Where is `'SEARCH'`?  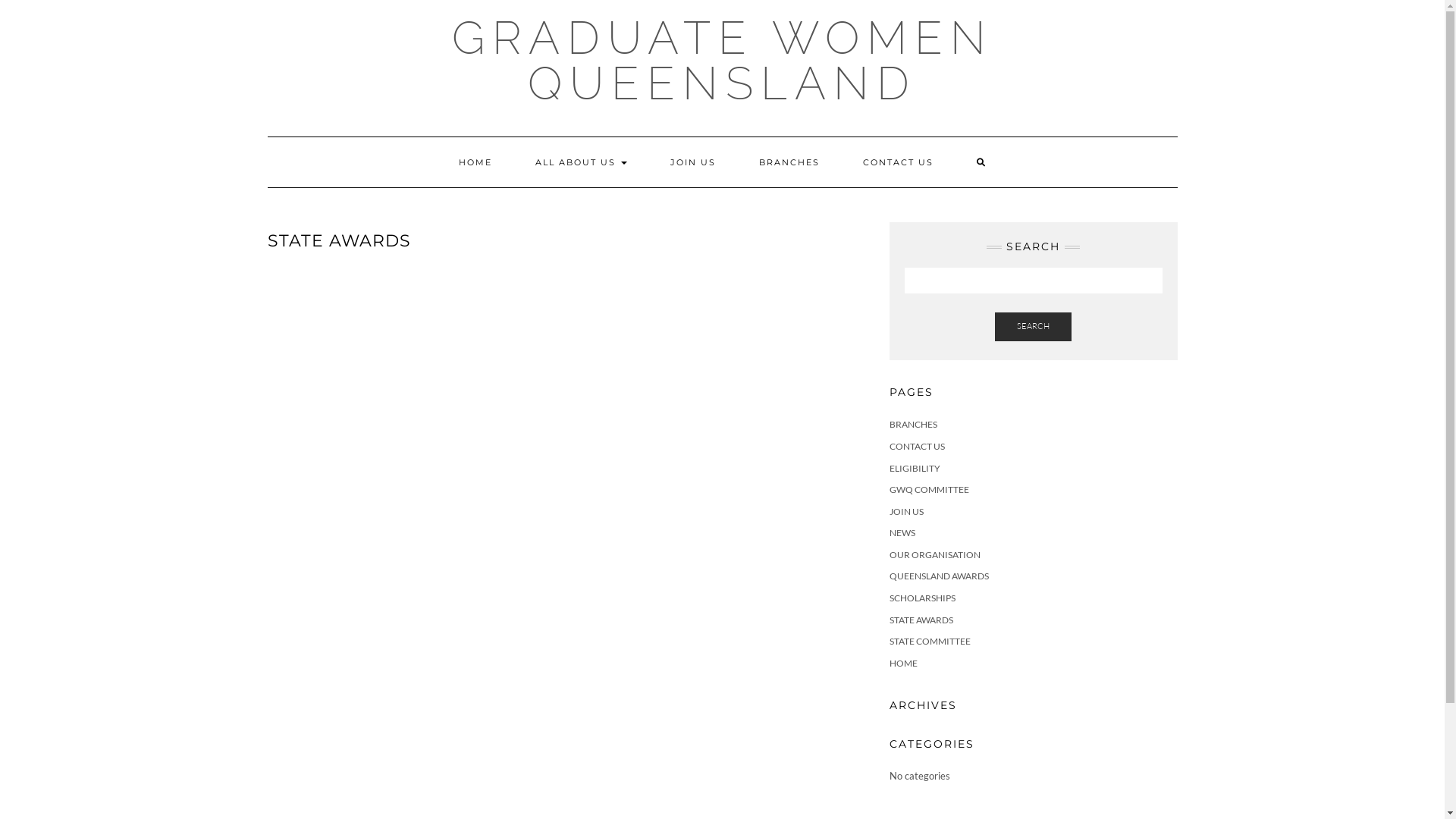
'SEARCH' is located at coordinates (994, 326).